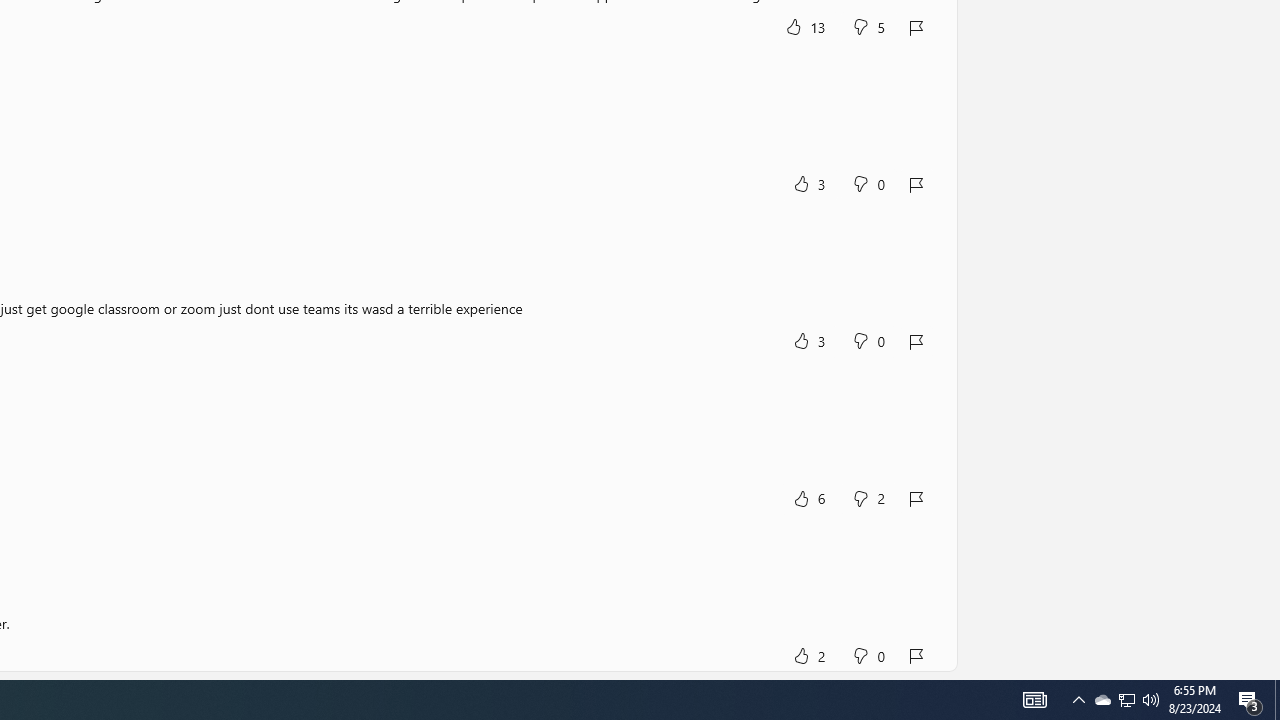 Image resolution: width=1280 pixels, height=720 pixels. Describe the element at coordinates (916, 655) in the screenshot. I see `'Report review'` at that location.